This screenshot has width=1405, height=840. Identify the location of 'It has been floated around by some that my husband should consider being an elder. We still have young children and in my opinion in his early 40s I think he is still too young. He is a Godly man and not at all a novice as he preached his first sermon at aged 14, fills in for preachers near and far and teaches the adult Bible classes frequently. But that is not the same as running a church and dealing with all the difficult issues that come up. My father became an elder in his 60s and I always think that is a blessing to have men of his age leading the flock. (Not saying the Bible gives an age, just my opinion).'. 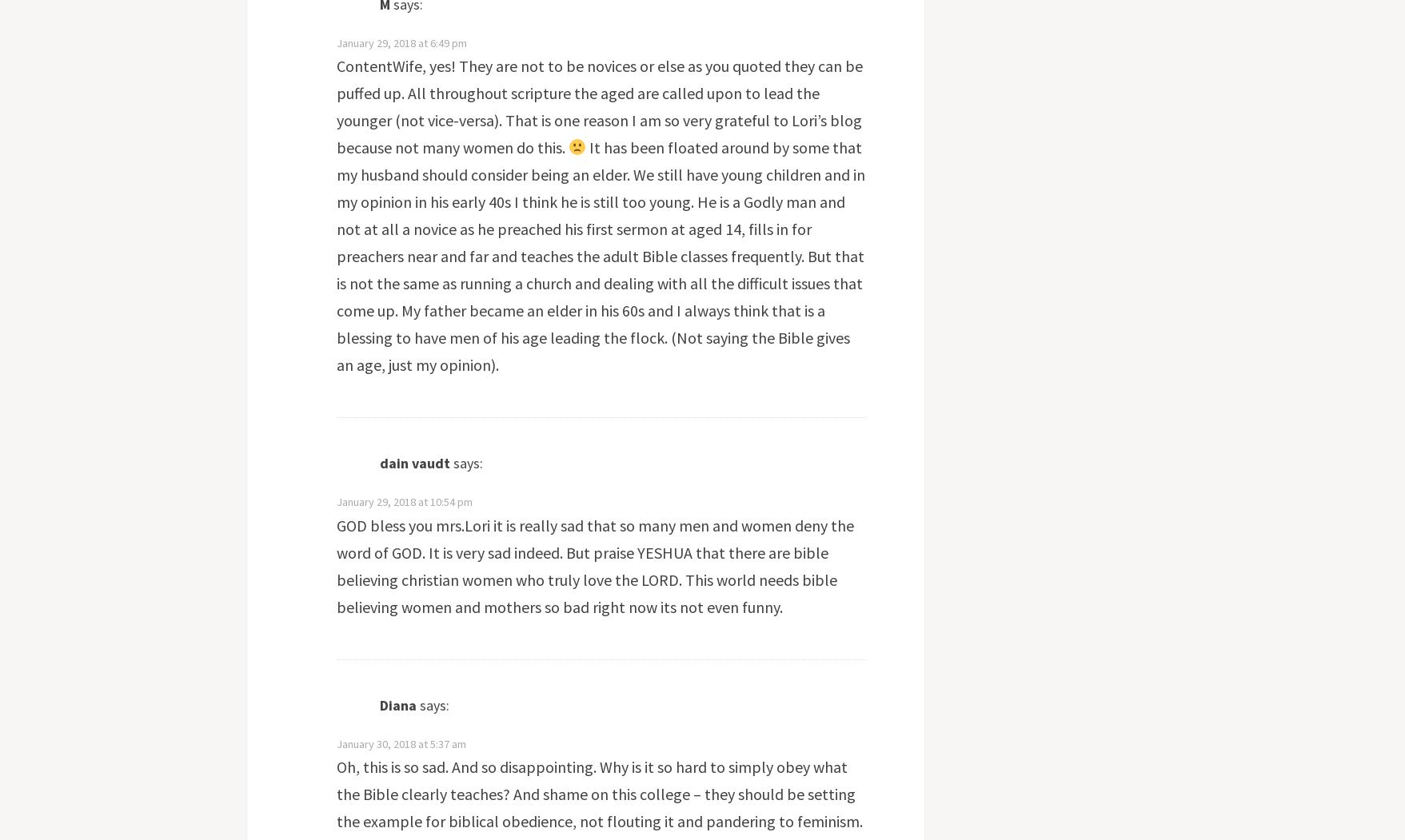
(599, 255).